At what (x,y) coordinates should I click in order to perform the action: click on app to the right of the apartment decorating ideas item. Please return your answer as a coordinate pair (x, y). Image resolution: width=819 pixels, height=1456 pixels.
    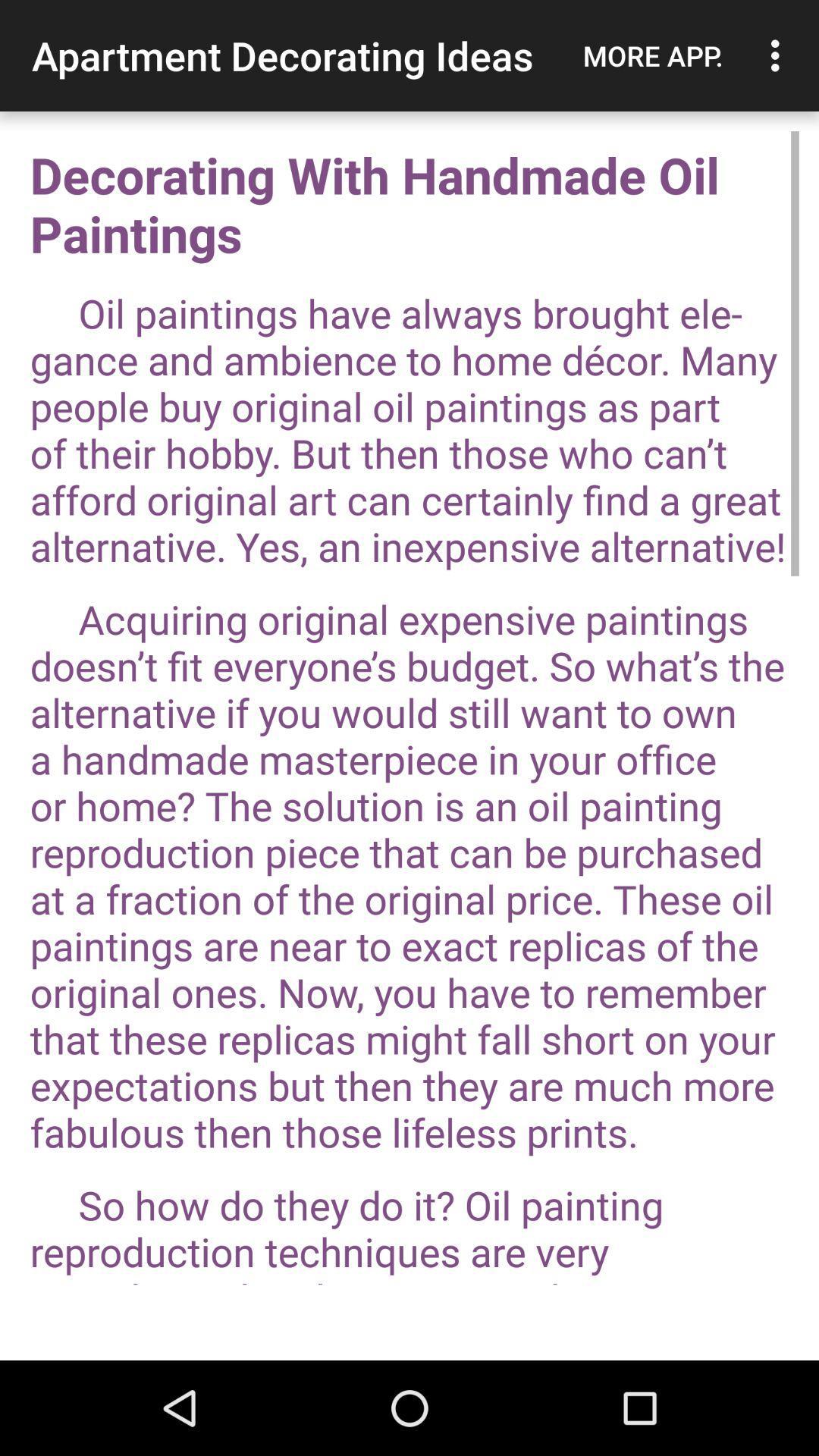
    Looking at the image, I should click on (652, 55).